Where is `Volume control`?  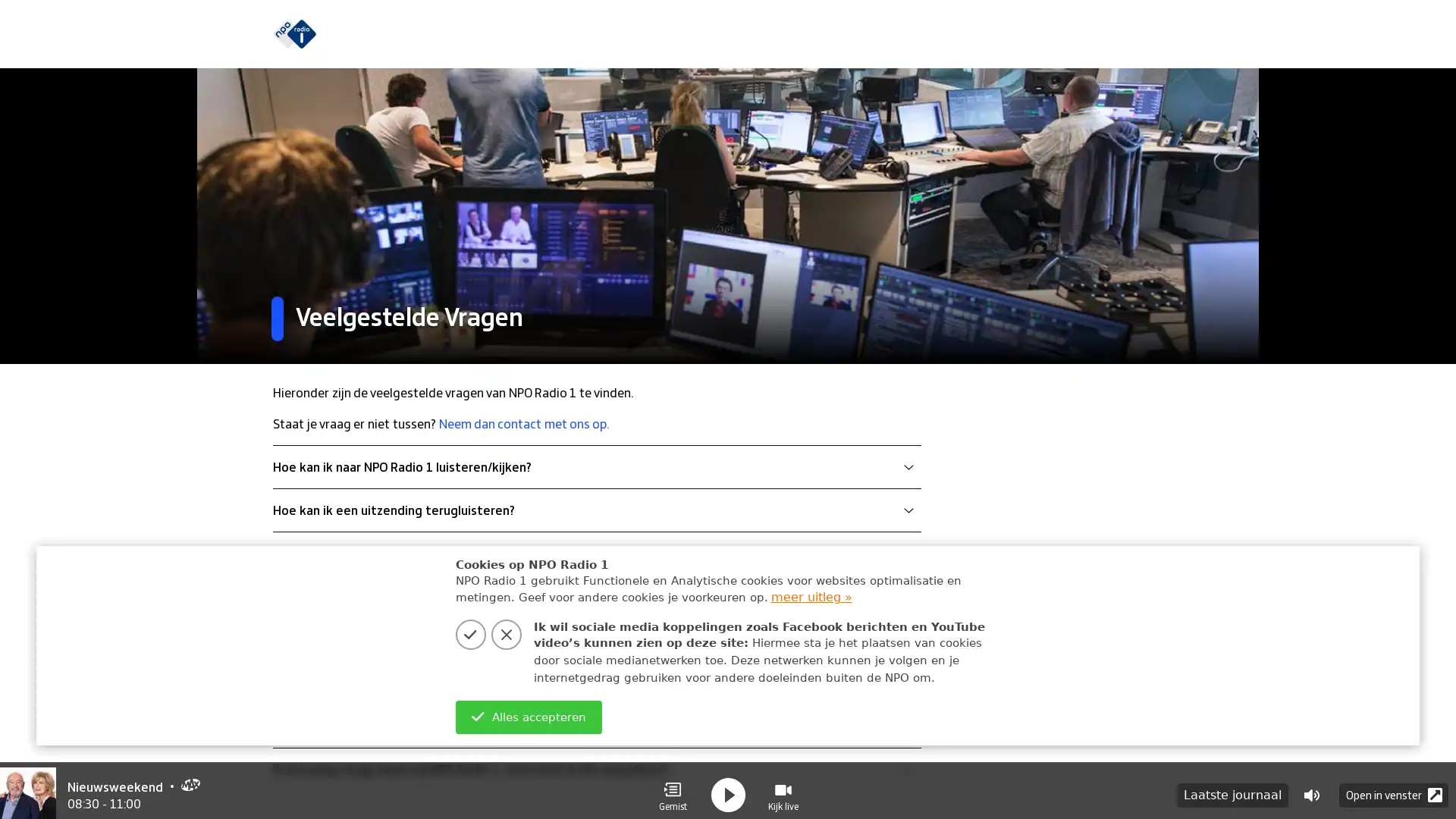
Volume control is located at coordinates (1310, 786).